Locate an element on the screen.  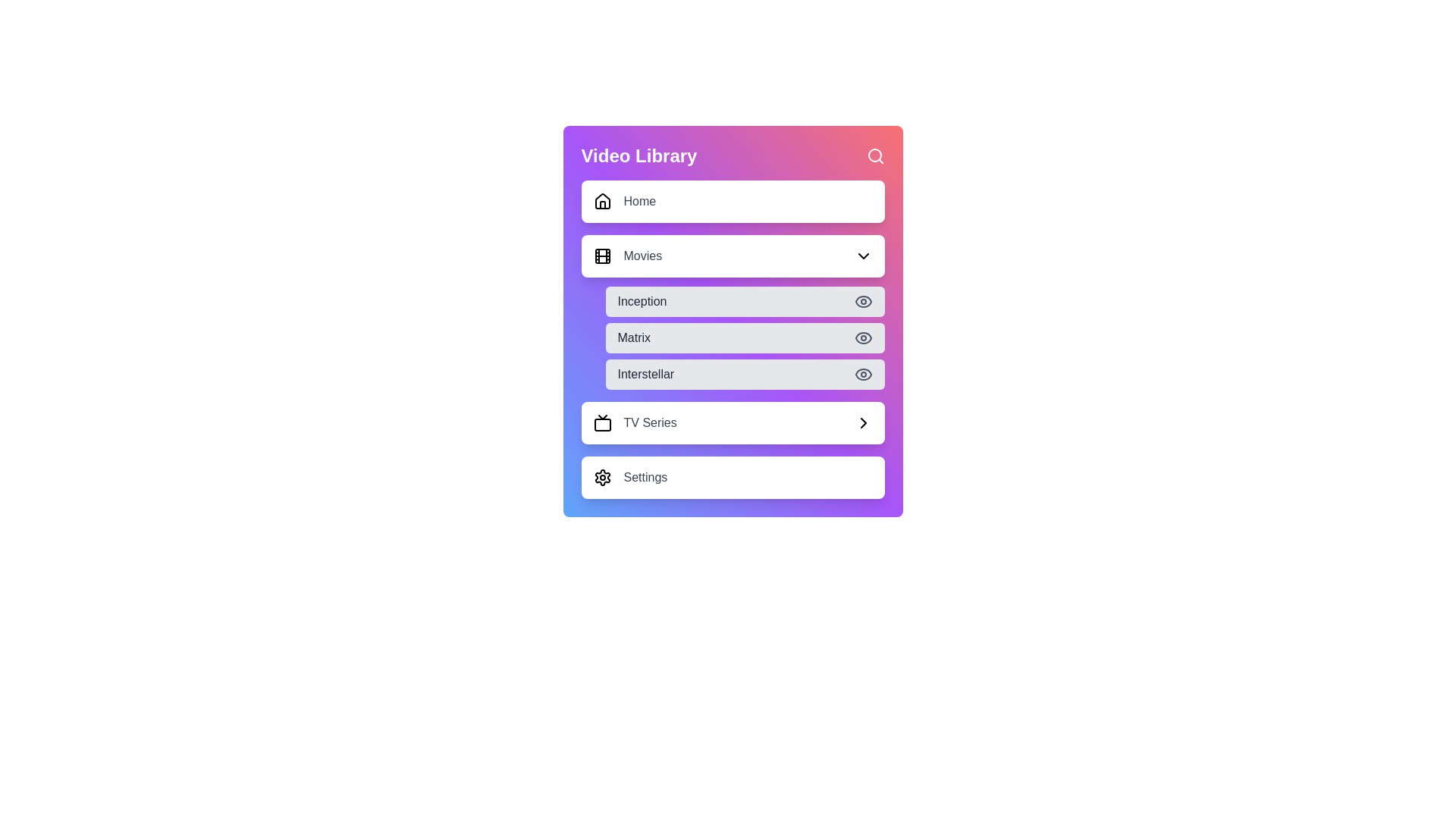
the graphical icon resembling a movie film frame, which is a rectangular shape with rounded corners, located to the left of the 'Movies' button in the 'Video Library' interface is located at coordinates (601, 256).